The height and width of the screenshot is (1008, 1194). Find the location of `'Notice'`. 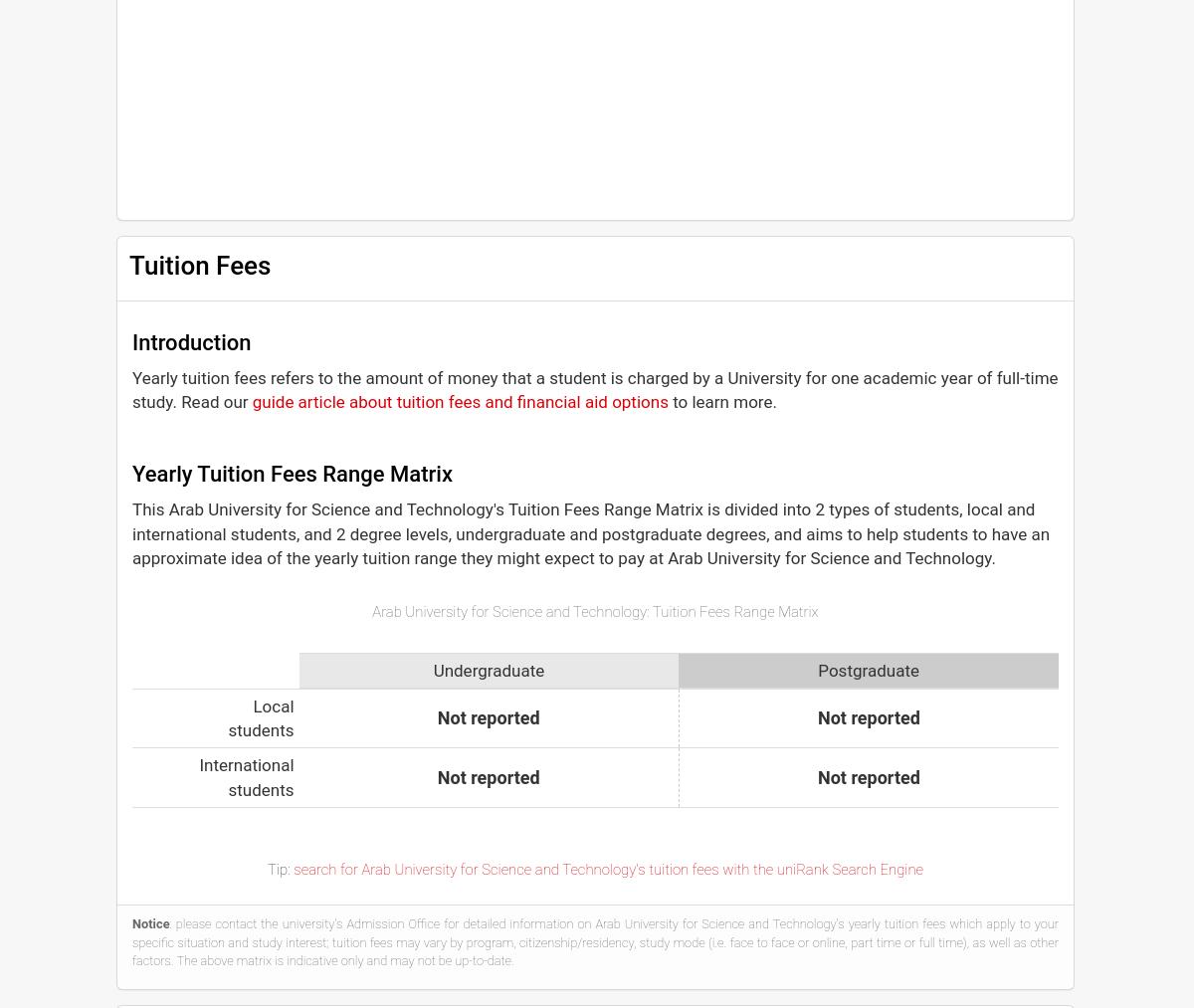

'Notice' is located at coordinates (149, 923).